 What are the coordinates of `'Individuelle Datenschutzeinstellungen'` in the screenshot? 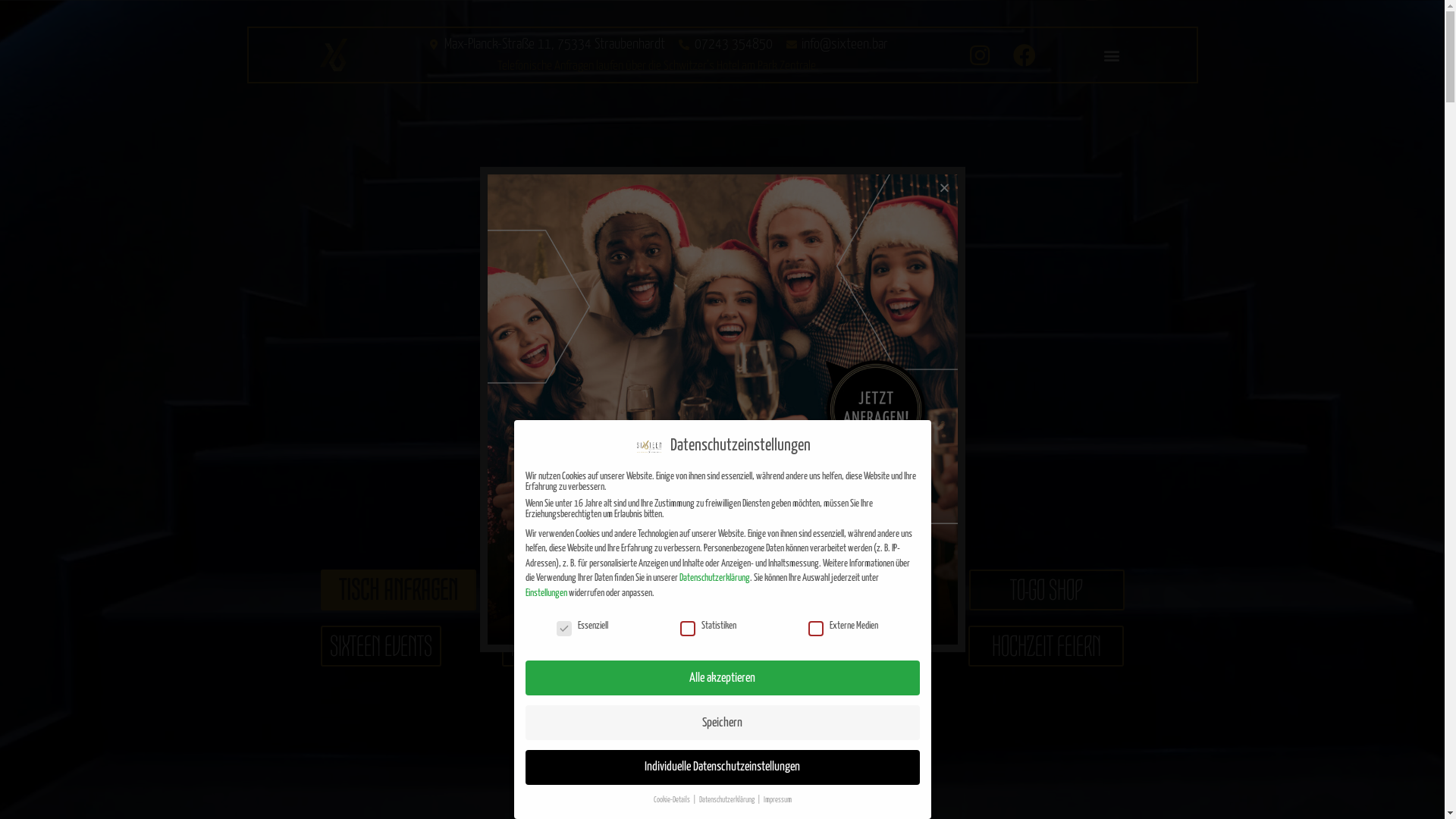 It's located at (720, 767).